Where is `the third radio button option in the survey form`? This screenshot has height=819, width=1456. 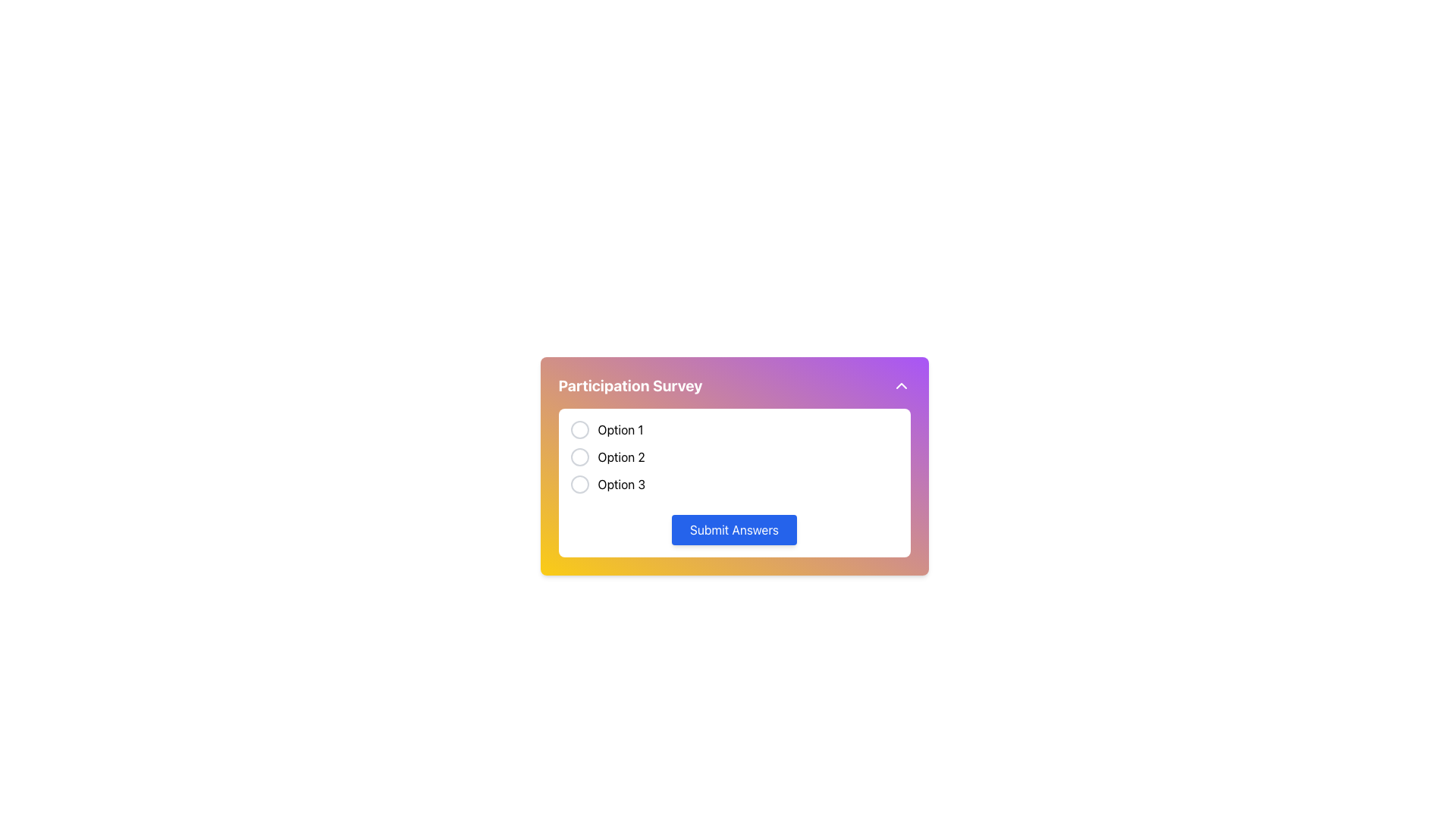 the third radio button option in the survey form is located at coordinates (734, 485).